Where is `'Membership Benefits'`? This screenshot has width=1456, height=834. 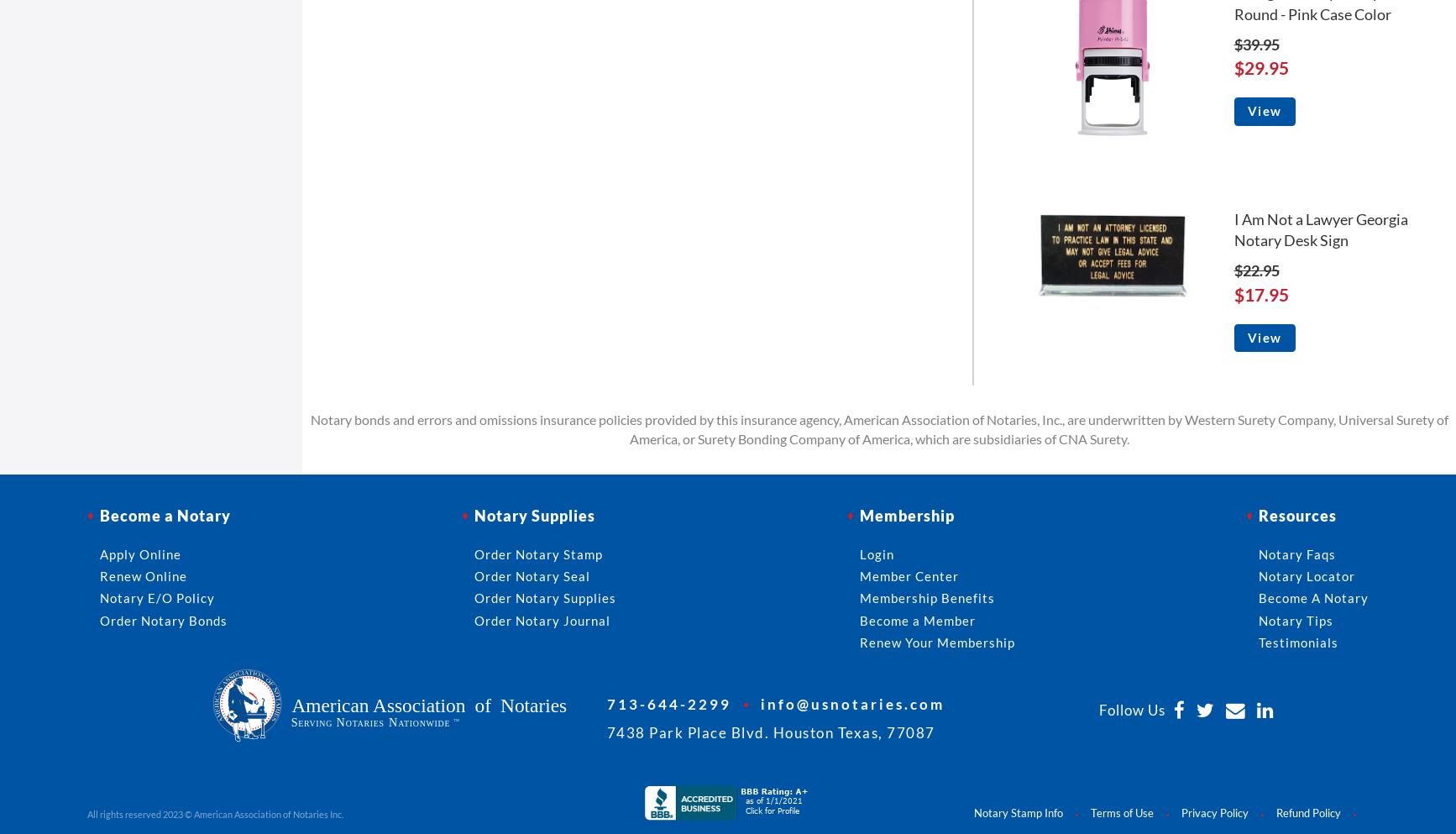
'Membership Benefits' is located at coordinates (927, 596).